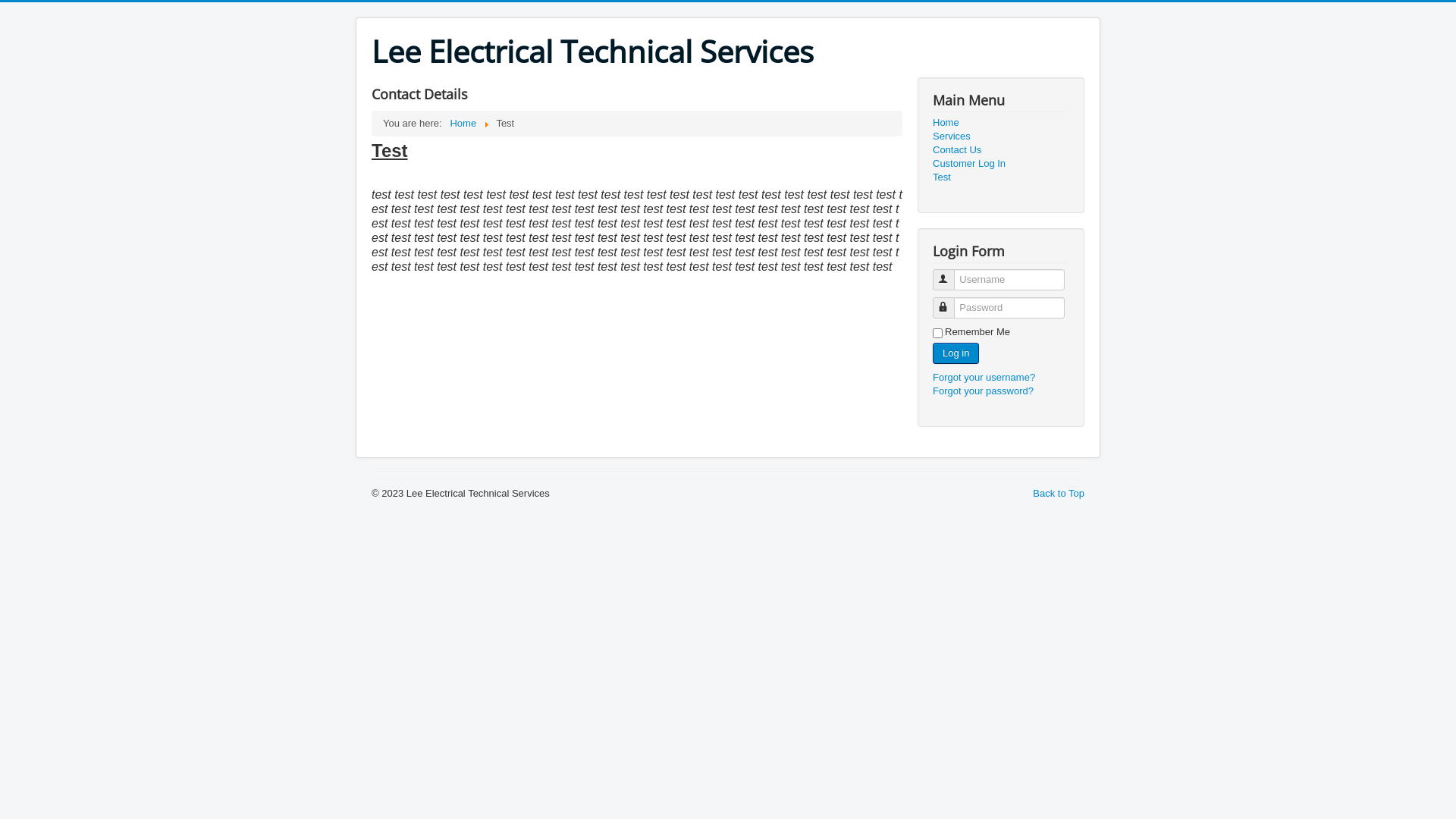  I want to click on 'Username', so click(942, 278).